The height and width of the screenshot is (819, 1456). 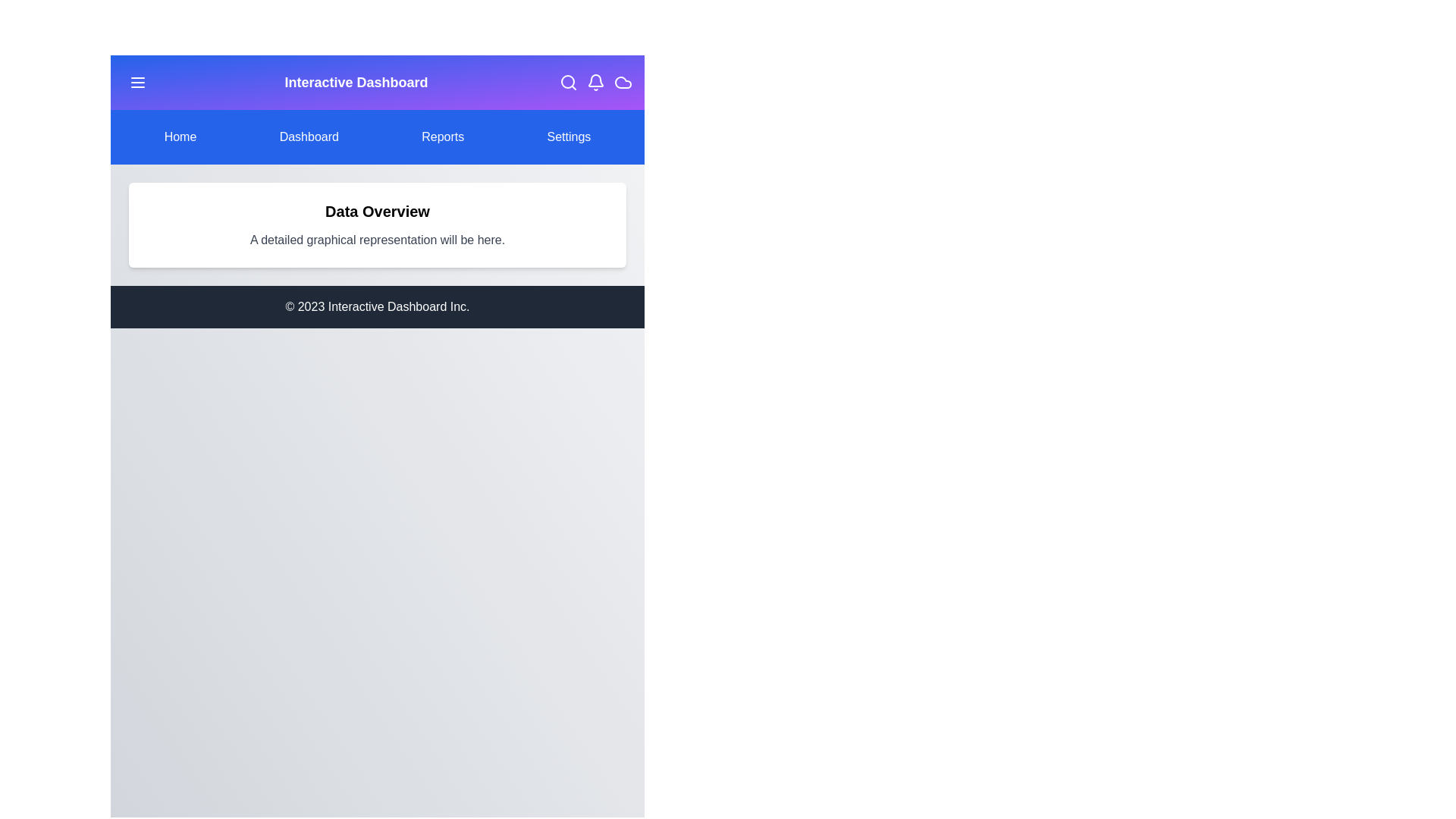 What do you see at coordinates (180, 137) in the screenshot?
I see `the menu item Home to navigate to the corresponding section` at bounding box center [180, 137].